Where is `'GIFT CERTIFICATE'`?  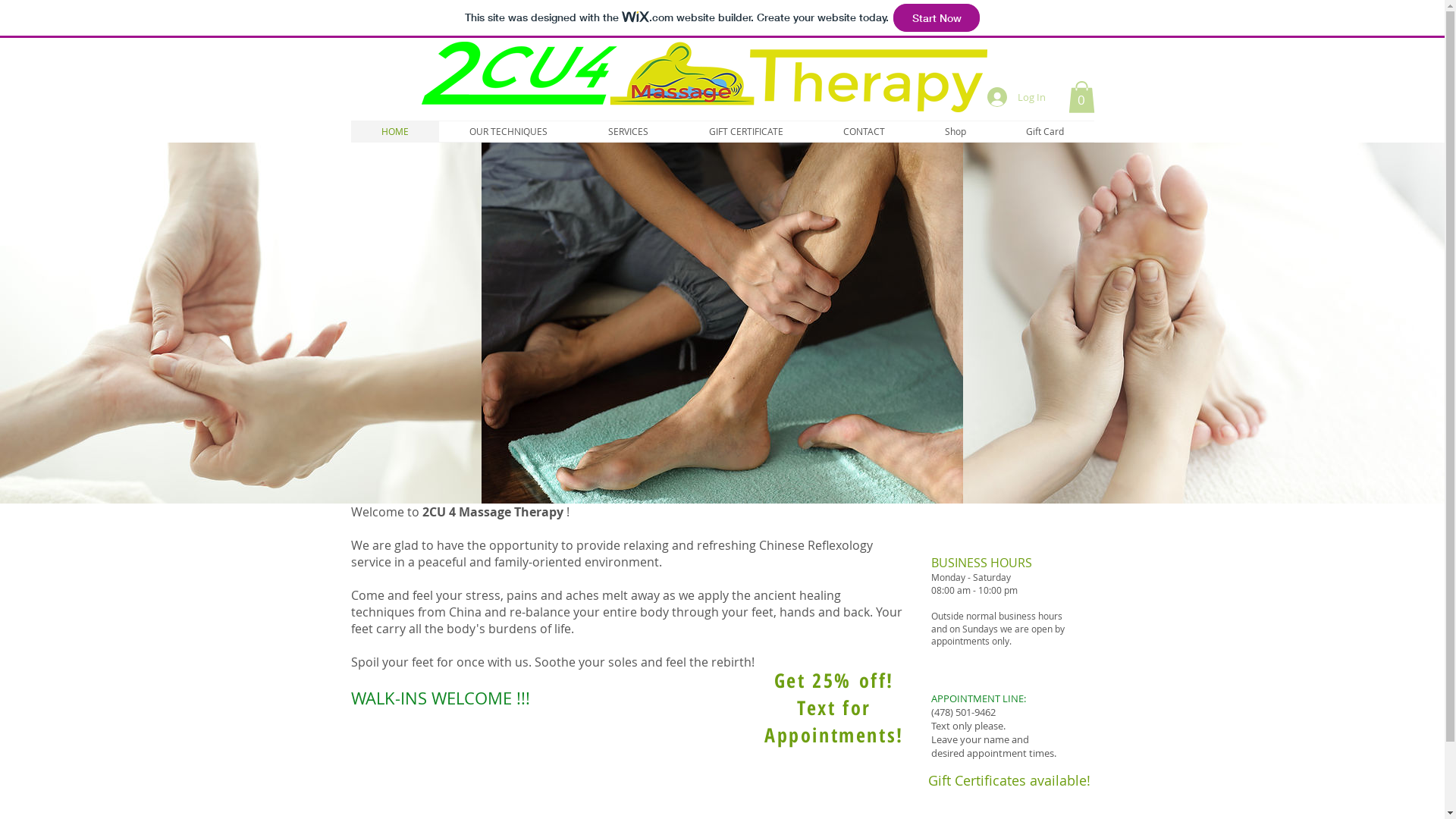
'GIFT CERTIFICATE' is located at coordinates (745, 130).